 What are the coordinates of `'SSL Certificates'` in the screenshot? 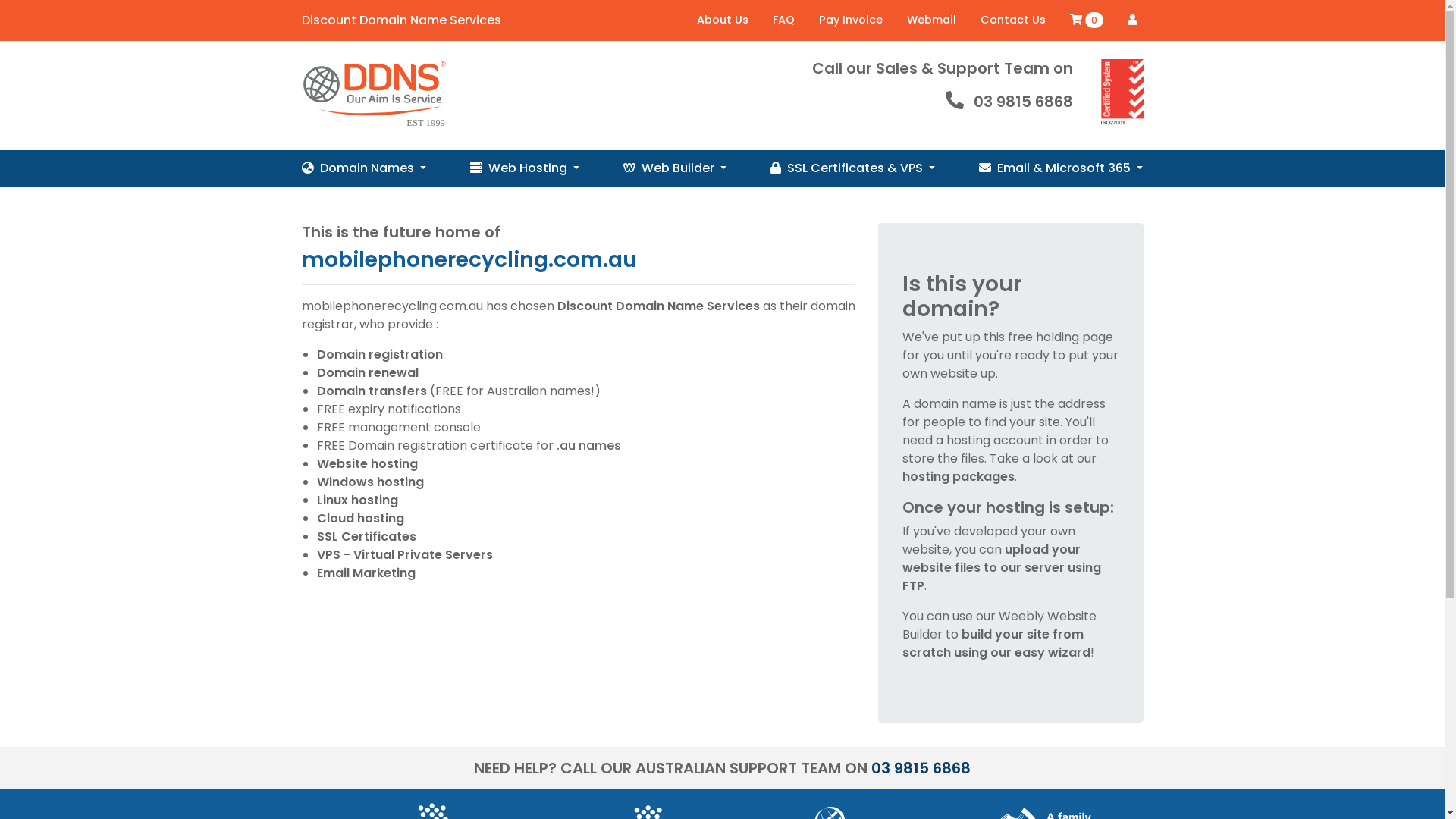 It's located at (366, 535).